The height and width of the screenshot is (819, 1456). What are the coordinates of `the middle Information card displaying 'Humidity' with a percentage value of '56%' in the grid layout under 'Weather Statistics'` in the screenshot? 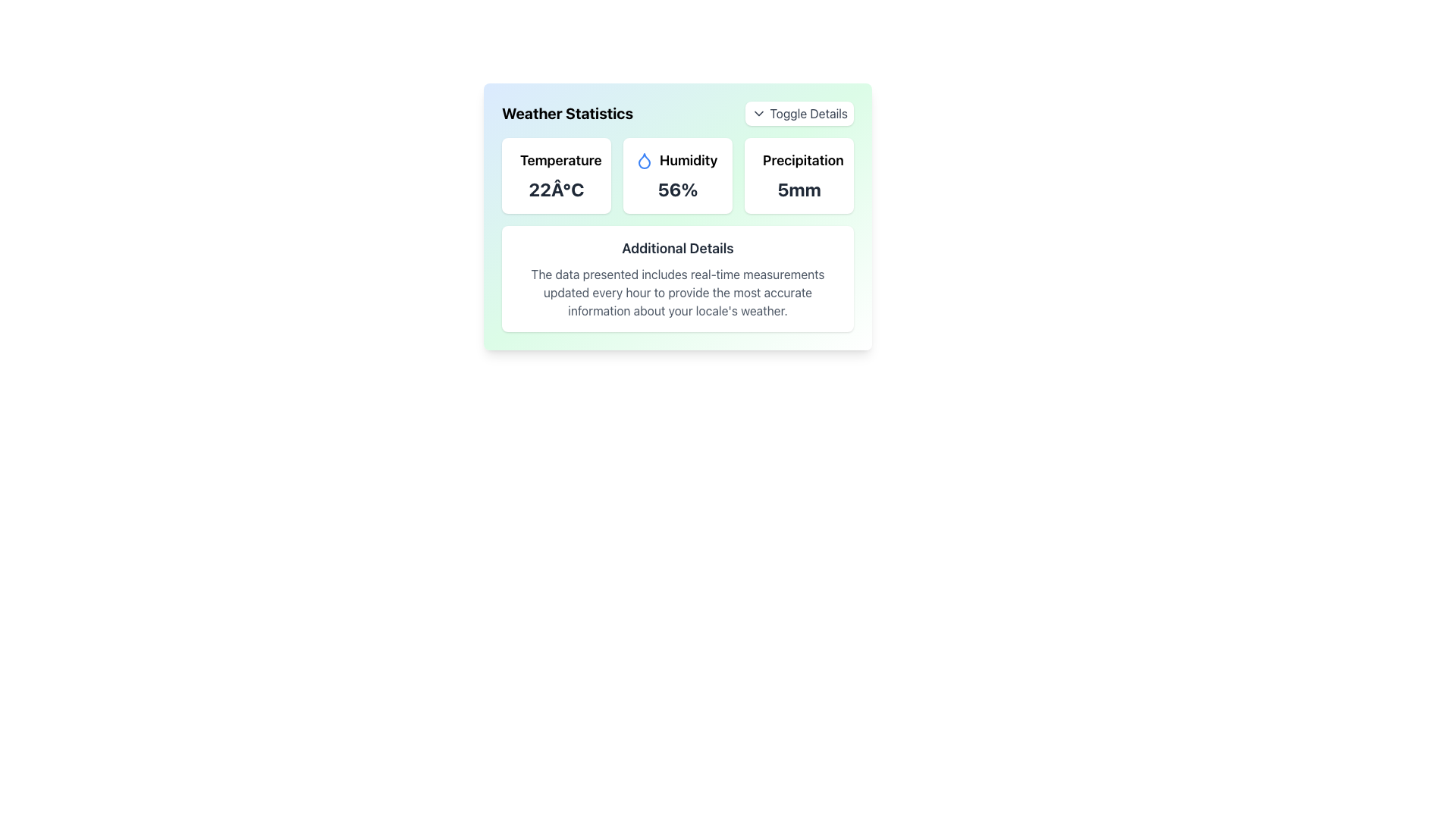 It's located at (676, 174).